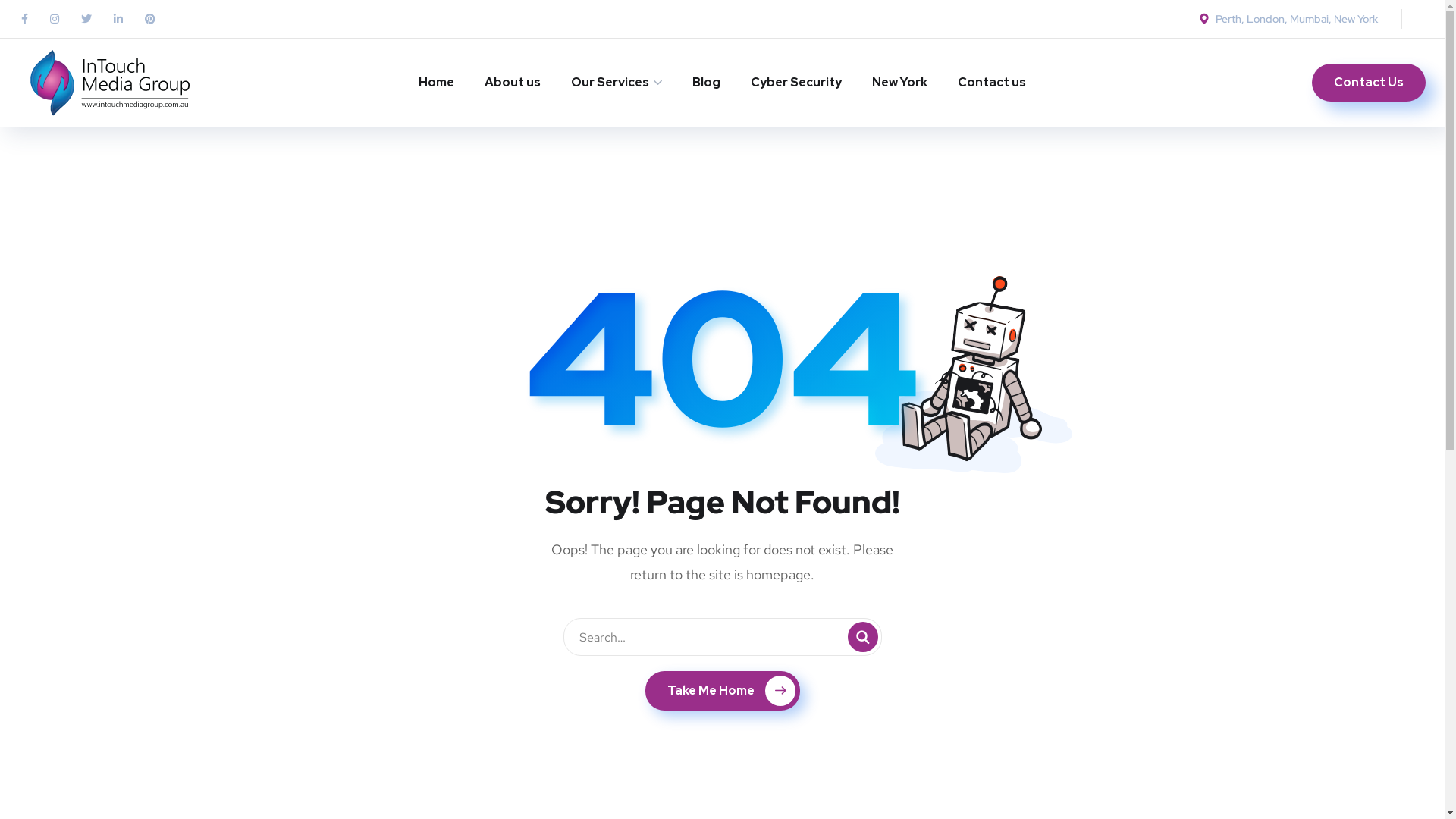 The height and width of the screenshot is (819, 1456). Describe the element at coordinates (513, 82) in the screenshot. I see `'About us'` at that location.